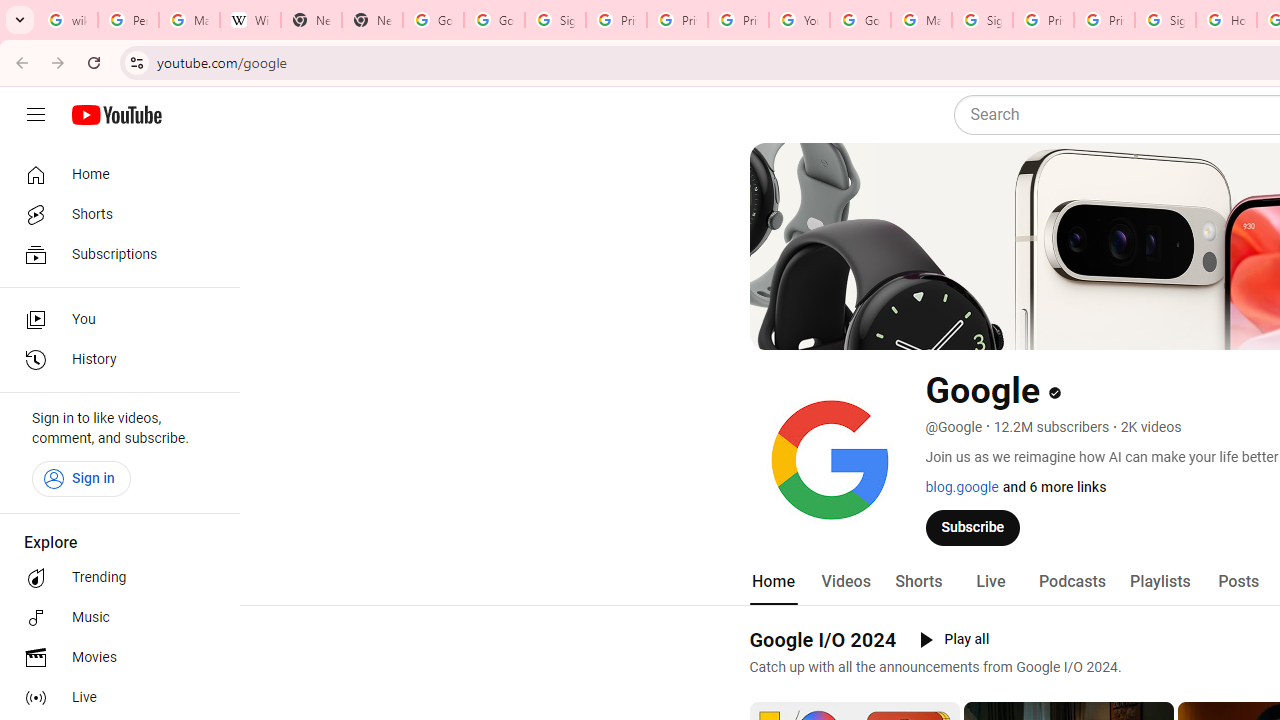 The image size is (1280, 720). Describe the element at coordinates (127, 20) in the screenshot. I see `'Personalization & Google Search results - Google Search Help'` at that location.